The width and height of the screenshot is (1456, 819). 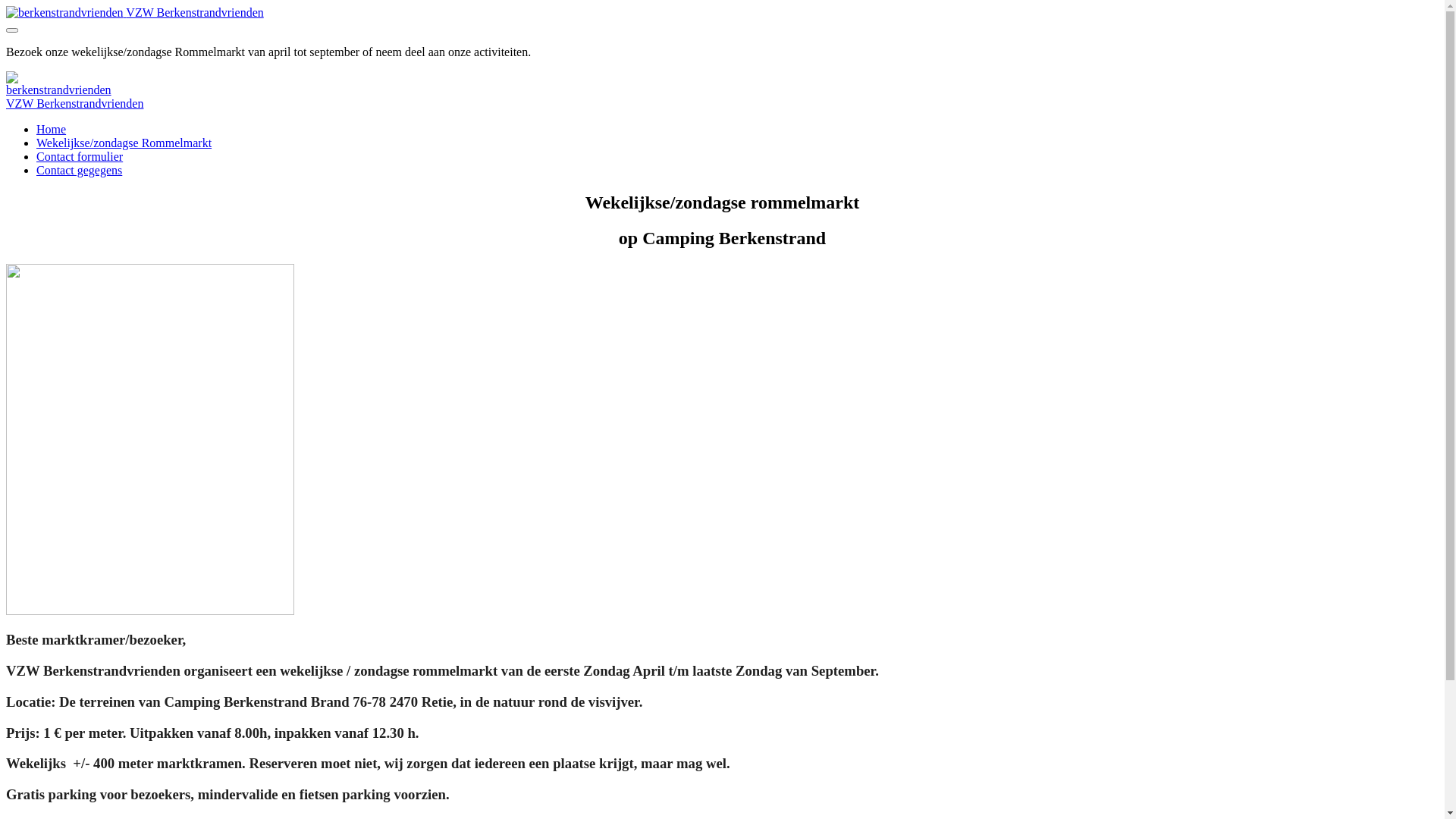 I want to click on 'Wekelijkse/zondagse Rommelmarkt', so click(x=124, y=143).